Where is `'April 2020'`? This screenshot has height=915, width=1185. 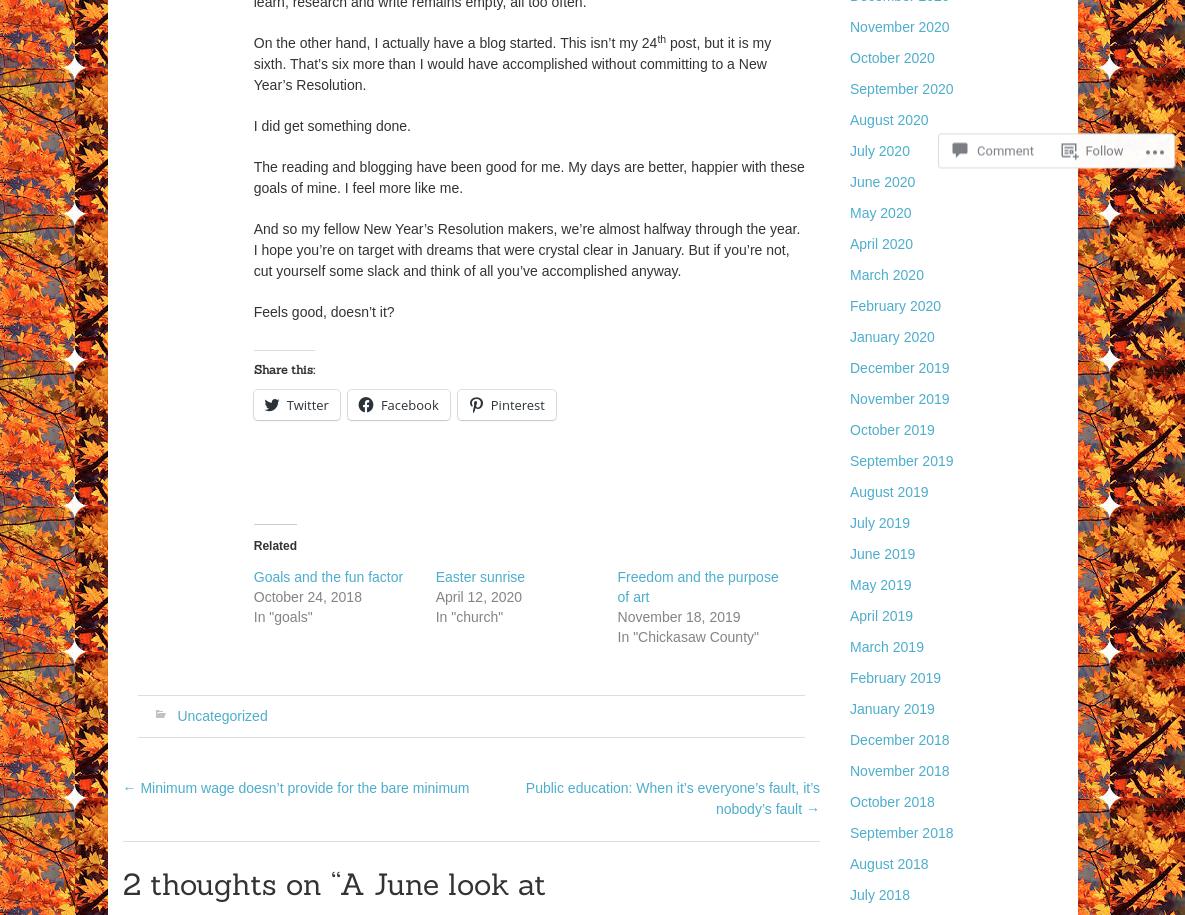
'April 2020' is located at coordinates (881, 244).